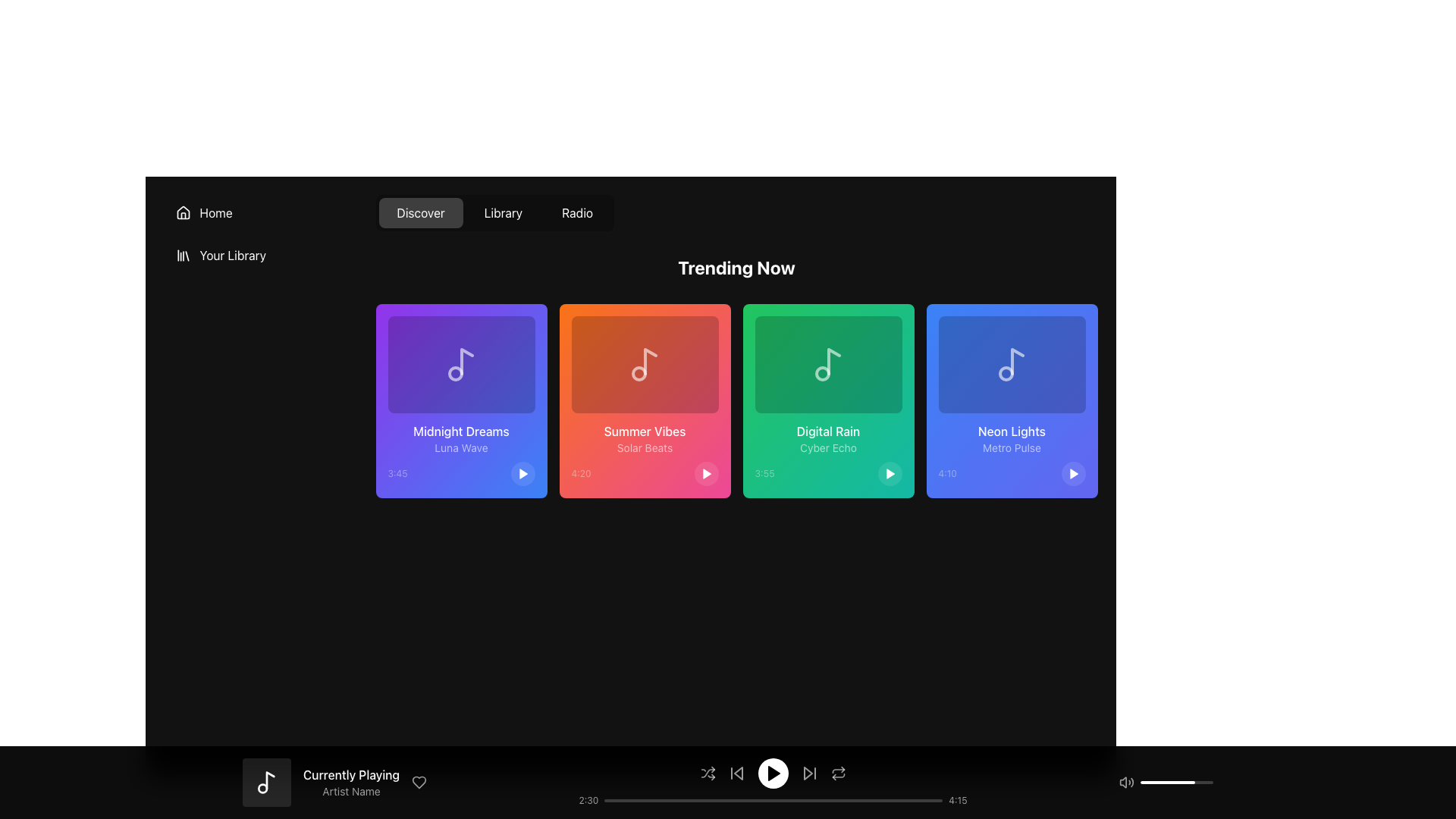  I want to click on the music note icon, which is styled in white and located slightly above the center of the 'Midnight Dreams' music card in the 'Trending Now' section, positioned to the immediate left of the circular play button, so click(466, 362).